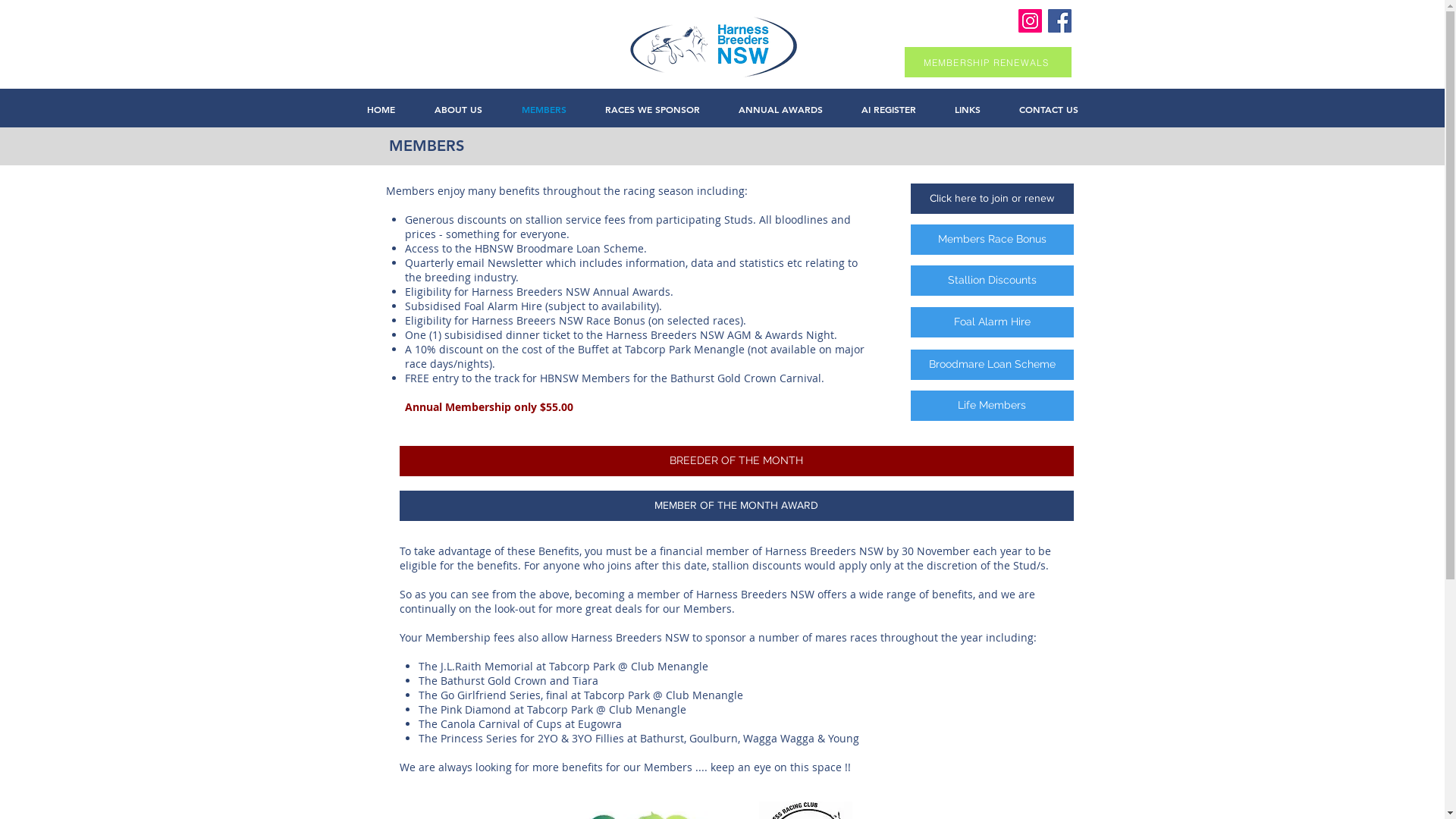 This screenshot has width=1456, height=819. Describe the element at coordinates (457, 108) in the screenshot. I see `'ABOUT US'` at that location.